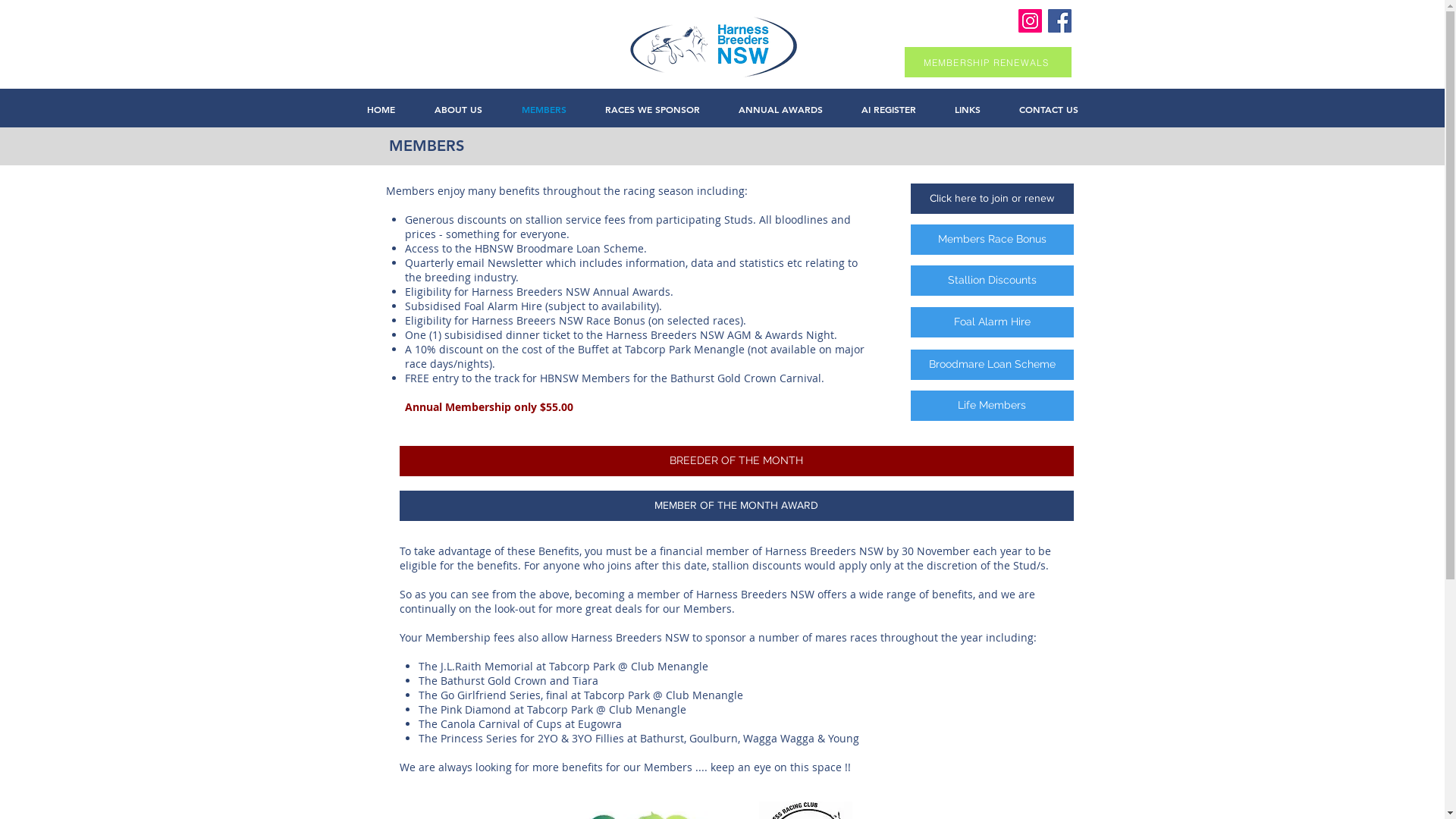 This screenshot has width=1456, height=819. Describe the element at coordinates (457, 108) in the screenshot. I see `'ABOUT US'` at that location.